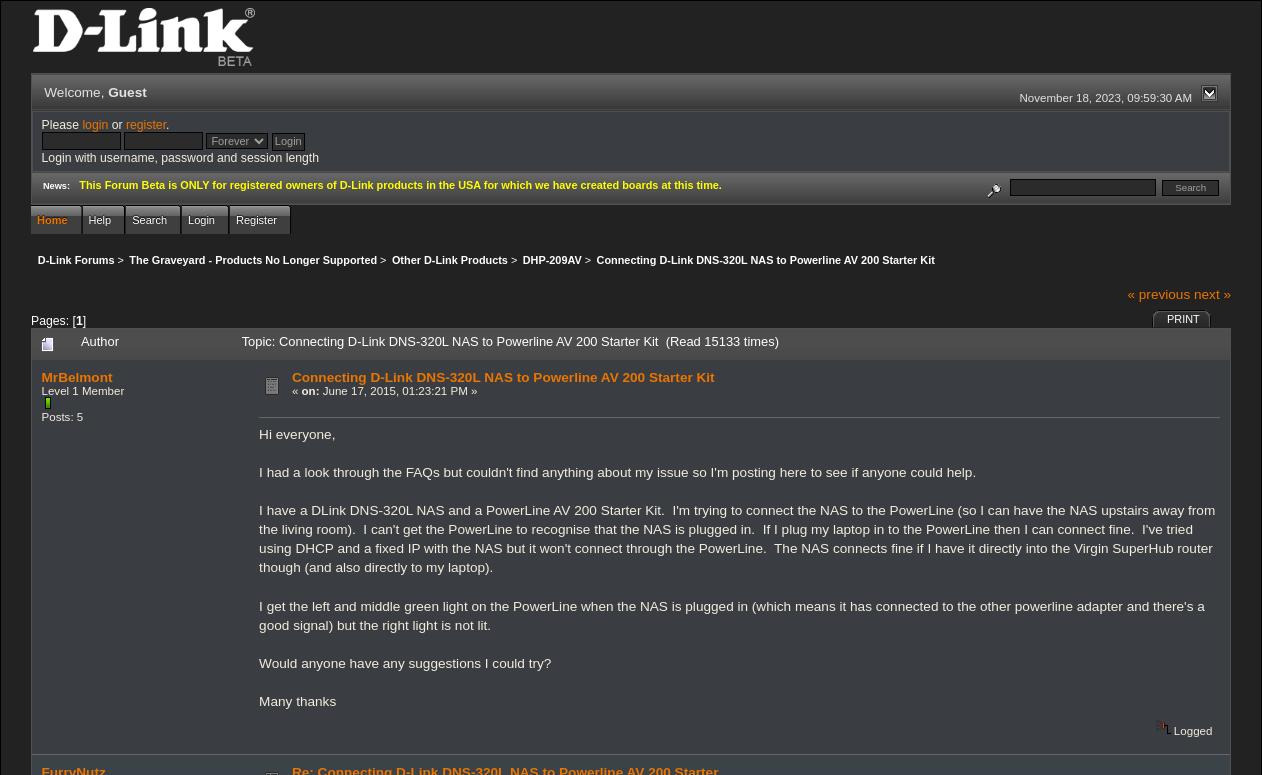  What do you see at coordinates (257, 614) in the screenshot?
I see `'I get the left and middle green light on the PowerLine when the NAS is plugged in (which means it has connected to the other powerline adapter and there's a good signal) but the right light is not lit.'` at bounding box center [257, 614].